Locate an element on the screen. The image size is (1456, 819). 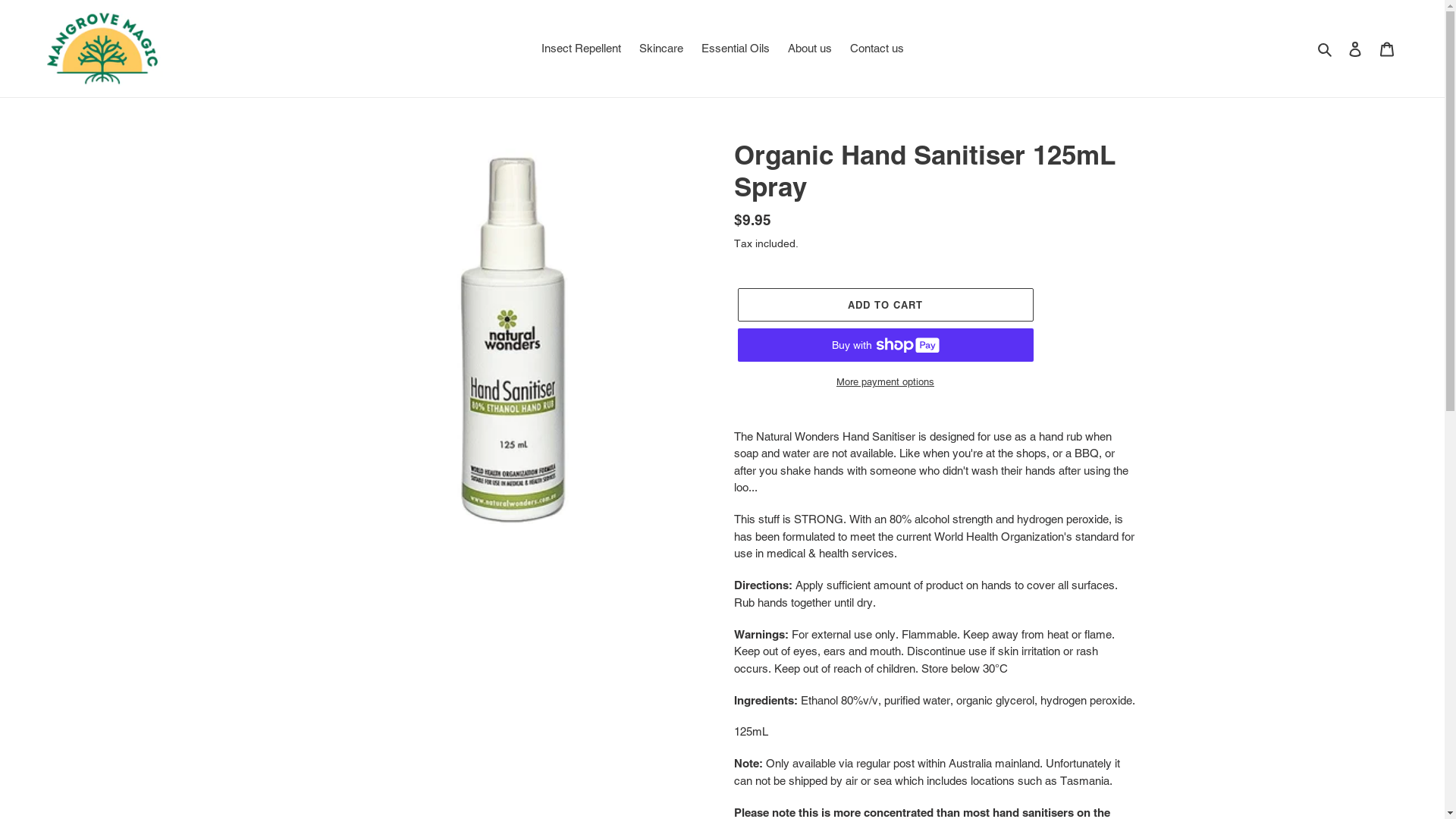
'Contact us' is located at coordinates (876, 48).